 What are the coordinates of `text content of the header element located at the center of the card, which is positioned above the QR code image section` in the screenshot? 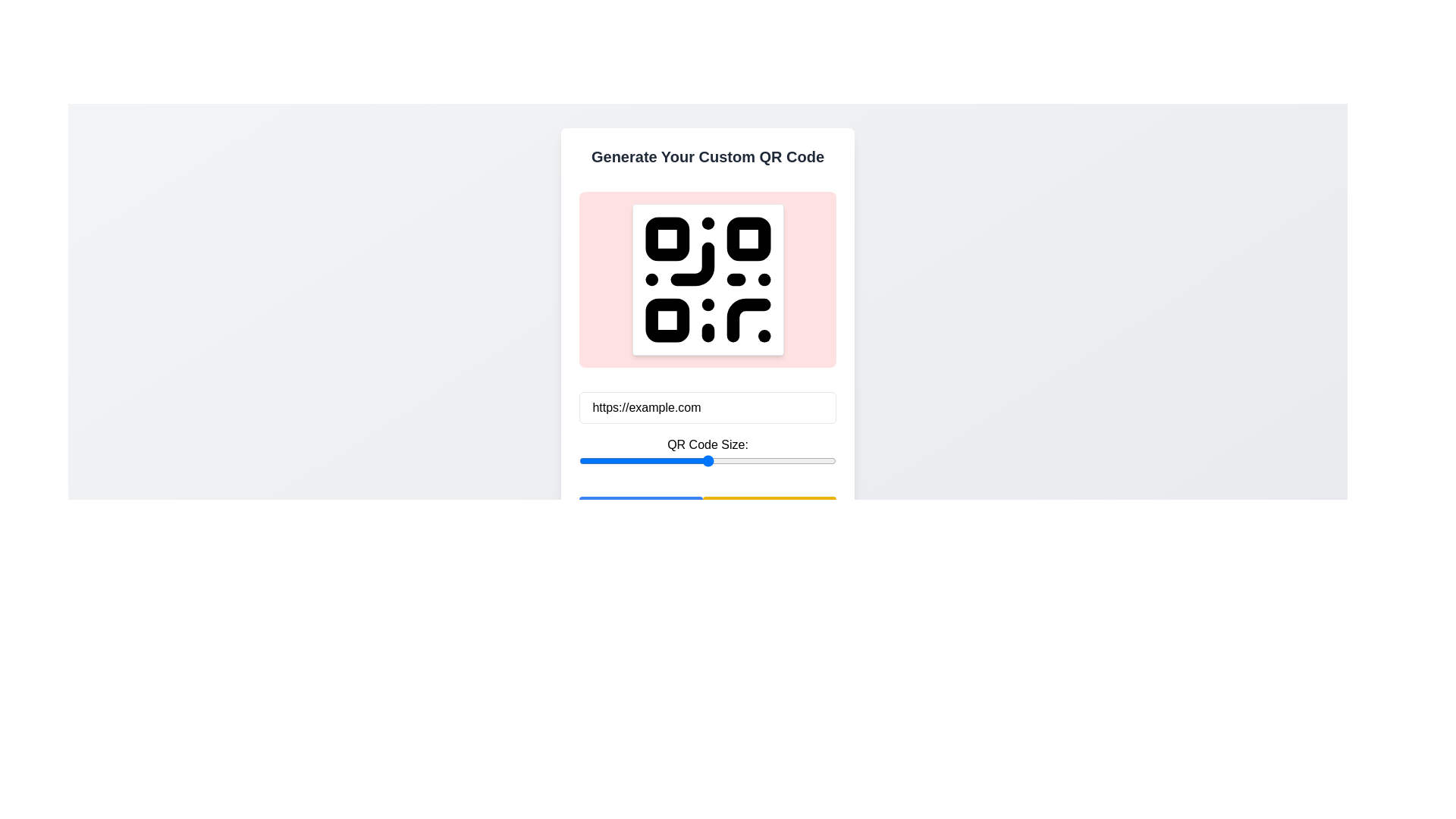 It's located at (707, 157).